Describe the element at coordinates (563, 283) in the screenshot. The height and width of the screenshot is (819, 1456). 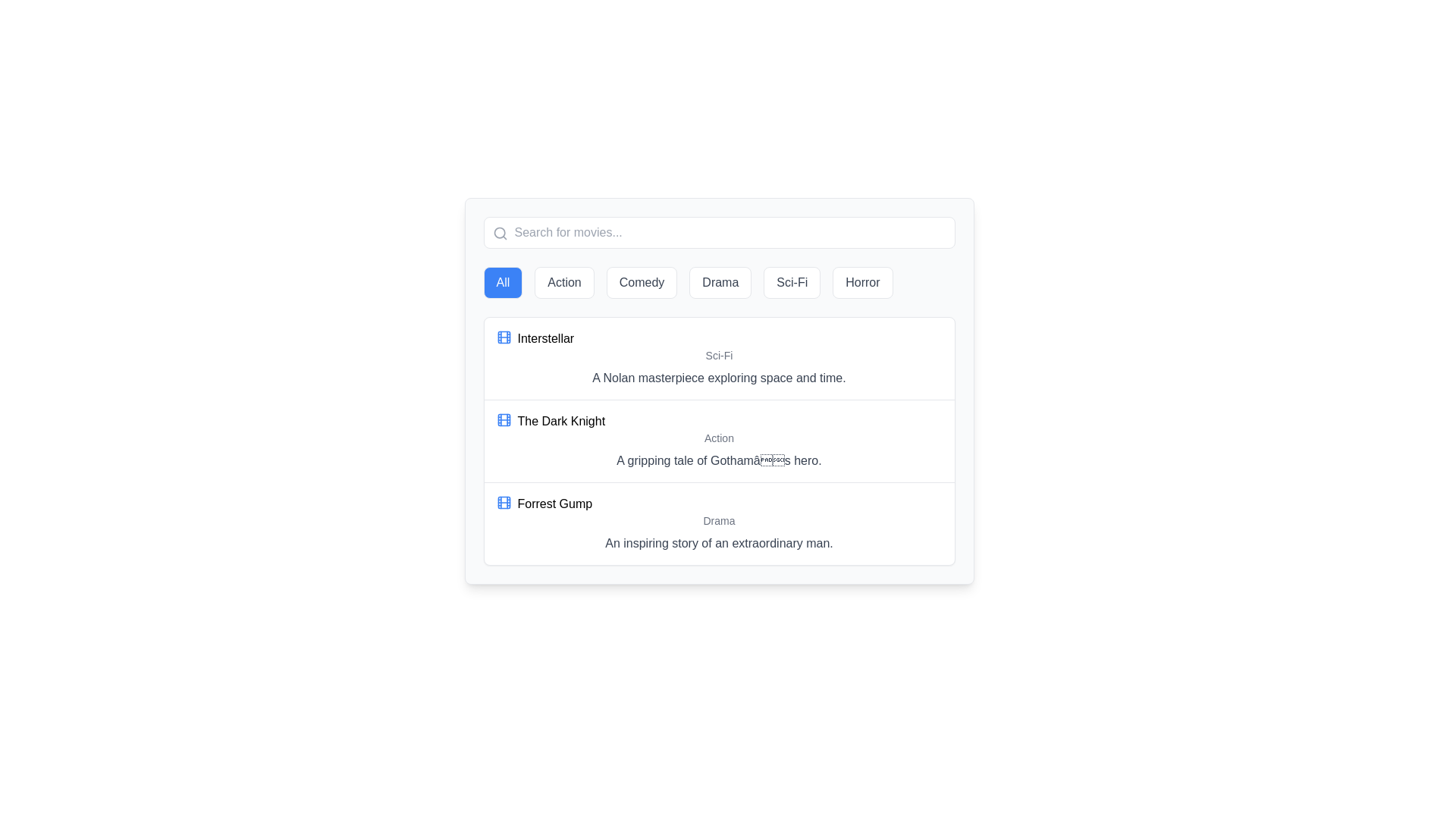
I see `the 'Action' button, which is a rectangular button with a white background and gray text, located in the navigation bar beneath the search bar` at that location.